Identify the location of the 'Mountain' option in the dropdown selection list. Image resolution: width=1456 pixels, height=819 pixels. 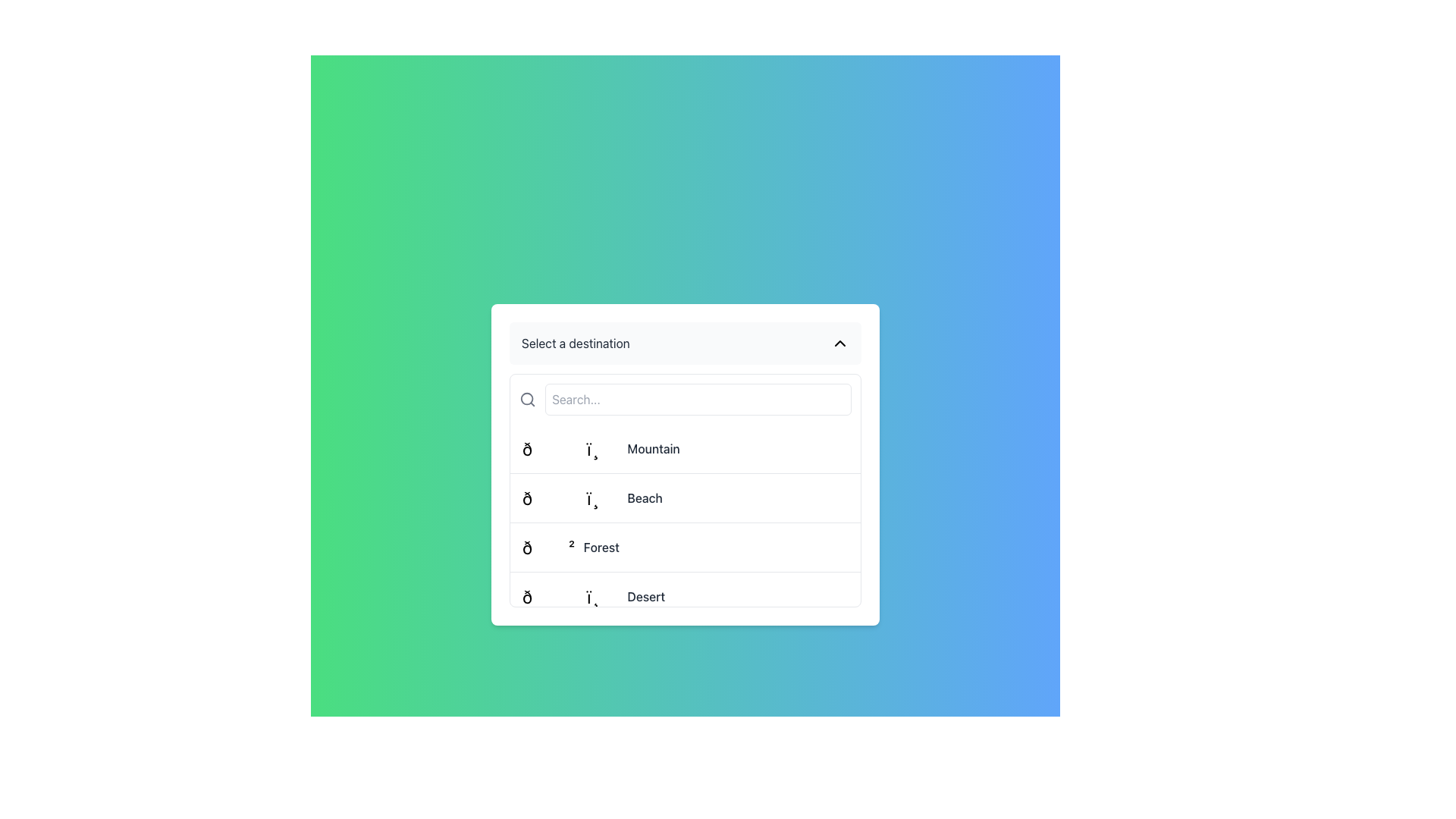
(684, 447).